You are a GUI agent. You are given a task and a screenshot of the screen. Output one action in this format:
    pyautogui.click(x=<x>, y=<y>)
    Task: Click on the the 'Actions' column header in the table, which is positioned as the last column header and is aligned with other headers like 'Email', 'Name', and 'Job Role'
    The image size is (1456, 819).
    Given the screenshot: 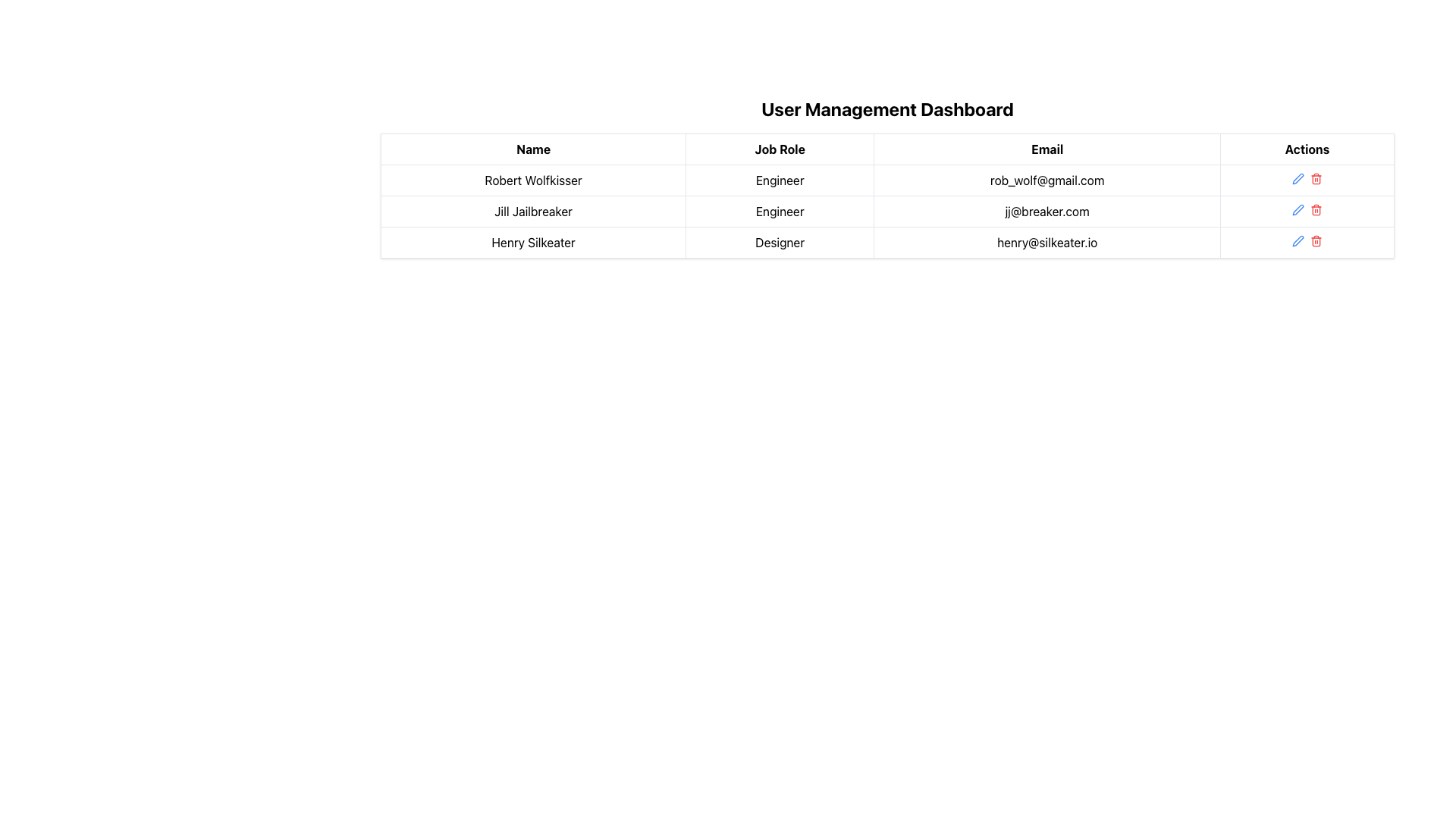 What is the action you would take?
    pyautogui.click(x=1307, y=149)
    